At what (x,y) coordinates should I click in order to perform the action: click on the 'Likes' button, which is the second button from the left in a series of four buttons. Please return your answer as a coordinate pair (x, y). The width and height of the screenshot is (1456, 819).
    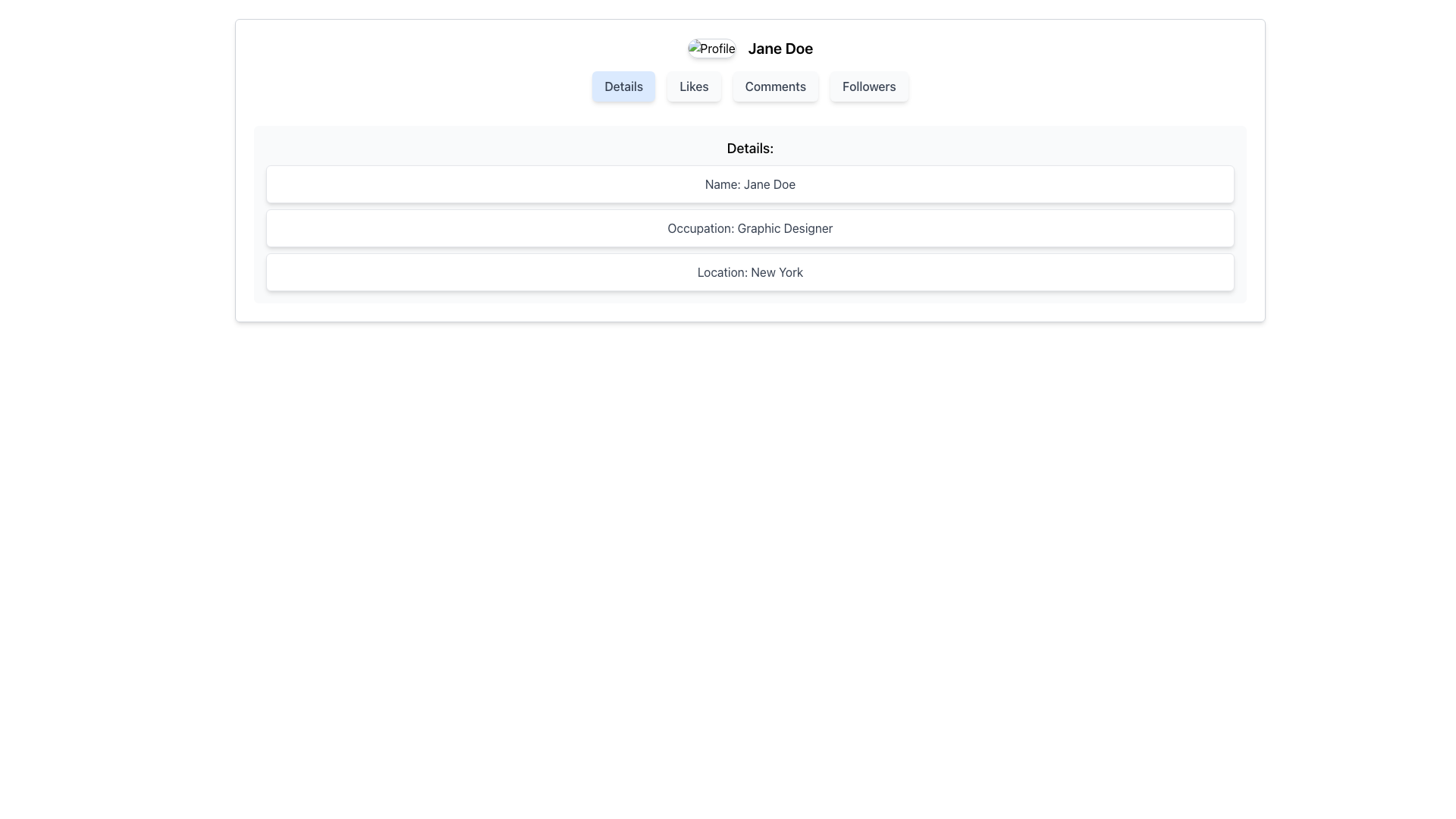
    Looking at the image, I should click on (693, 86).